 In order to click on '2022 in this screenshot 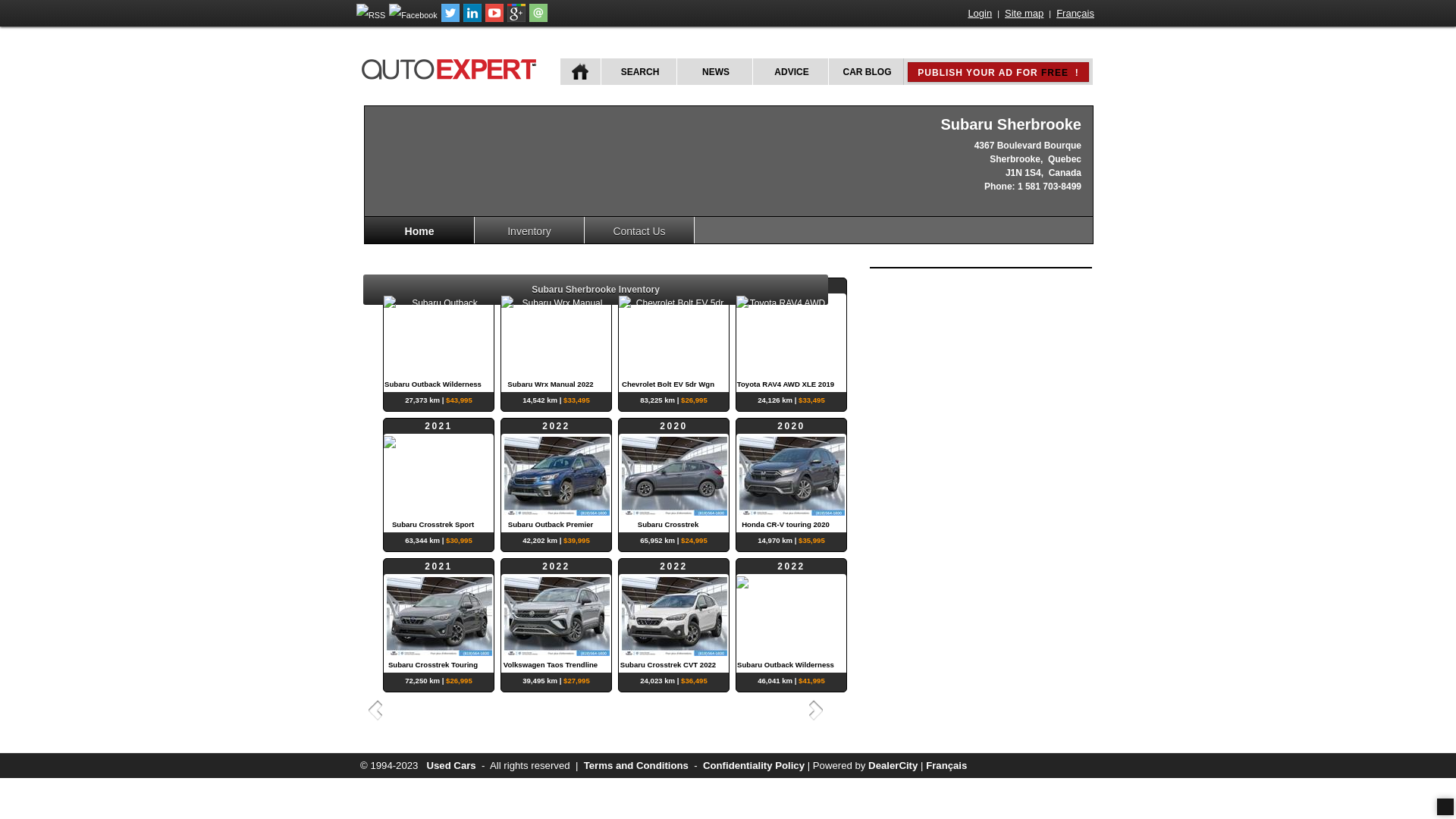, I will do `click(790, 616)`.